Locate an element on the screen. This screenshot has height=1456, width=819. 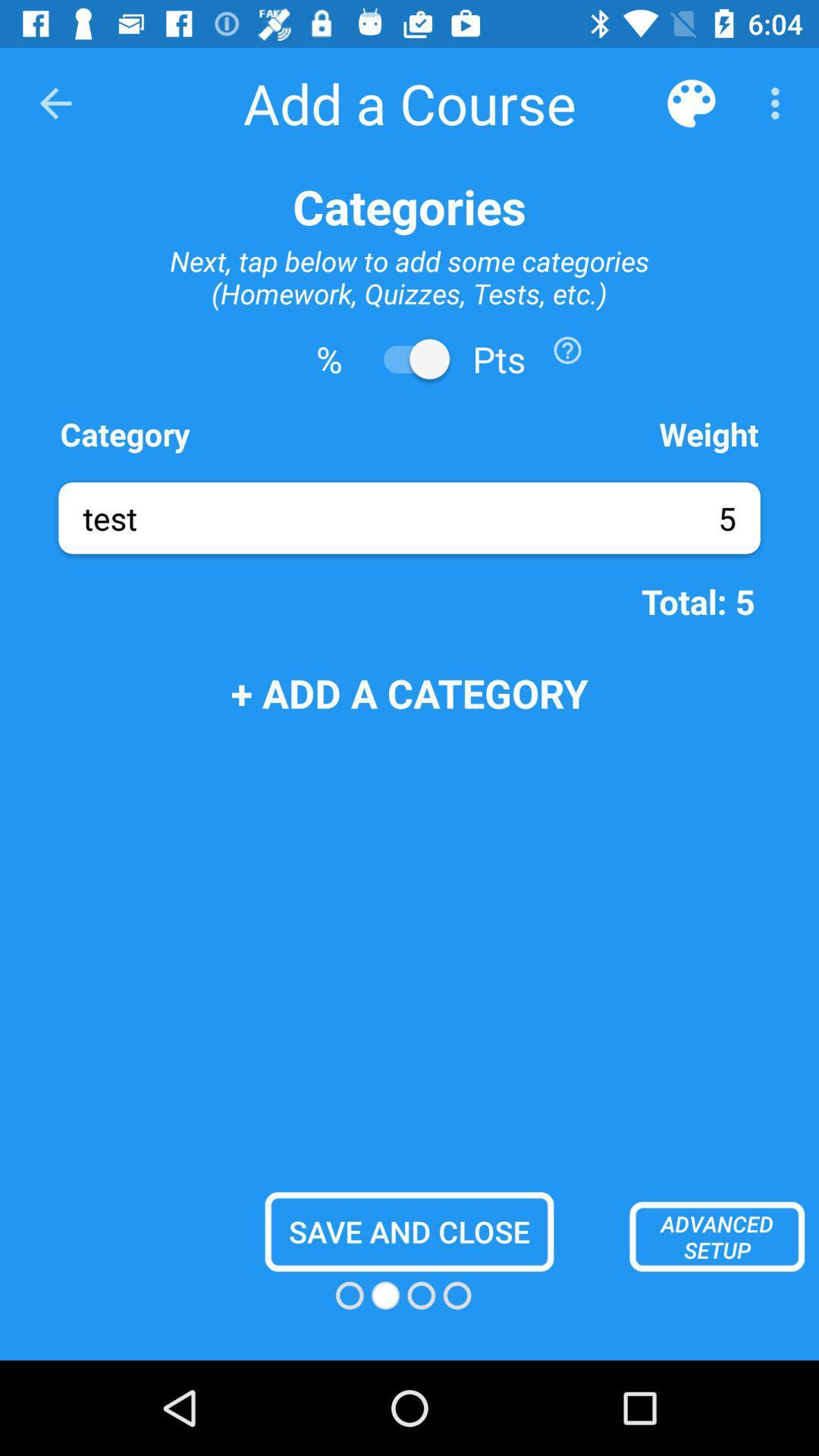
questions and faq for the site is located at coordinates (567, 349).